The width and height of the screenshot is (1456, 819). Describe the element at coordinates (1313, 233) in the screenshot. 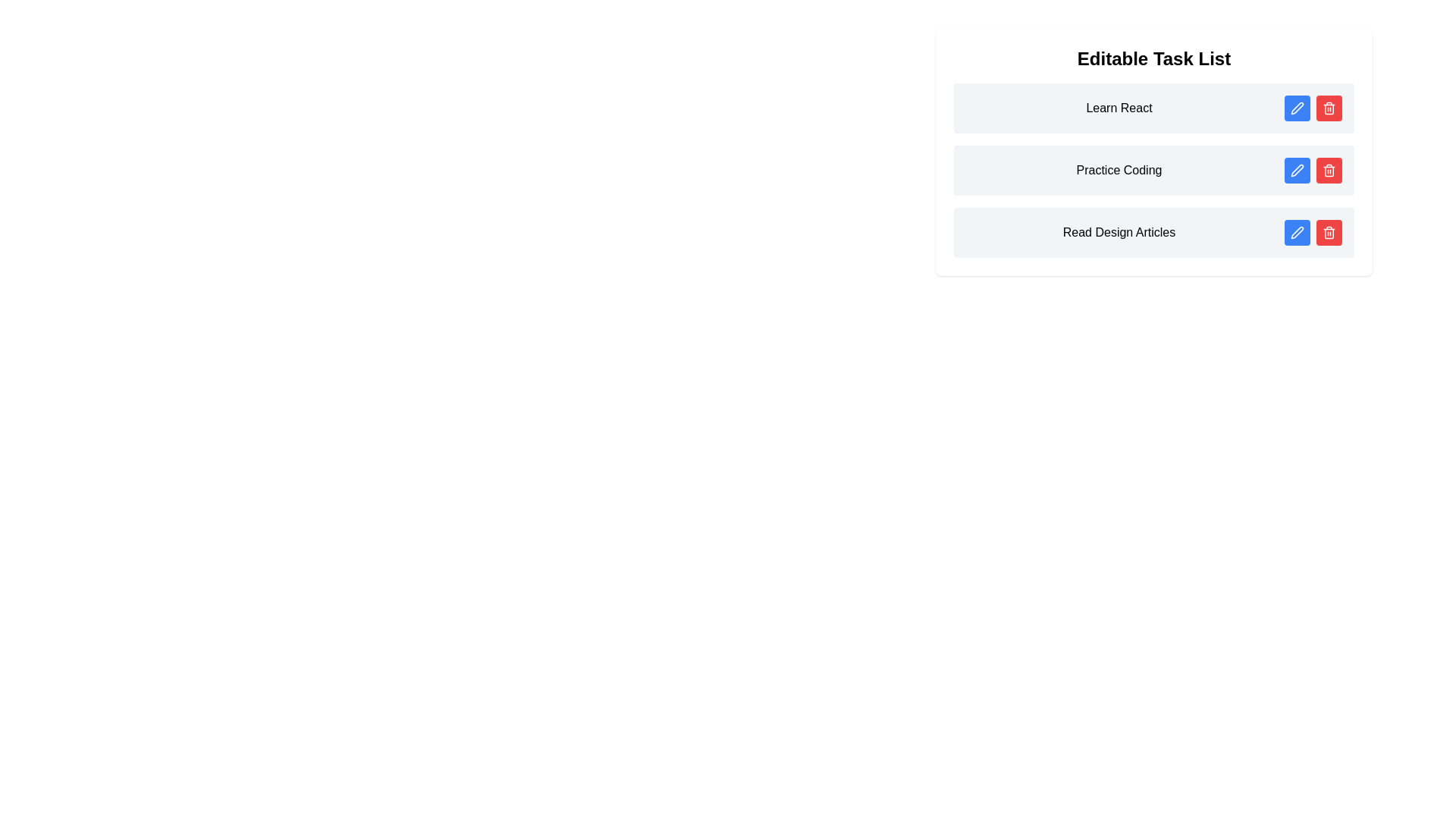

I see `the blue circular button with a pen icon` at that location.